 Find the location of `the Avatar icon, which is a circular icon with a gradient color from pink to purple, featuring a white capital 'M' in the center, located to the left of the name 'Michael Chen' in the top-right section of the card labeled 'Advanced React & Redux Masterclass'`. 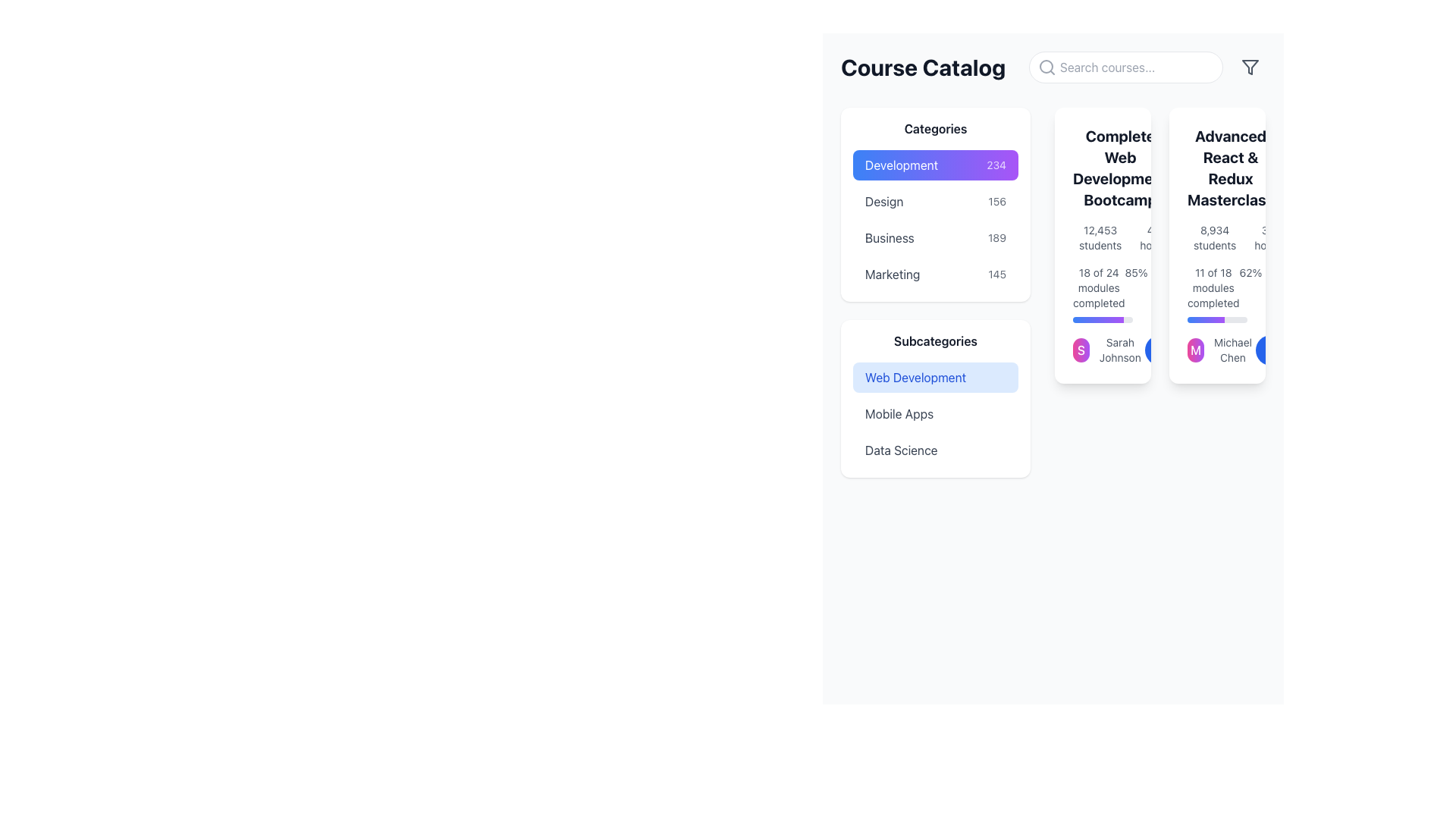

the Avatar icon, which is a circular icon with a gradient color from pink to purple, featuring a white capital 'M' in the center, located to the left of the name 'Michael Chen' in the top-right section of the card labeled 'Advanced React & Redux Masterclass' is located at coordinates (1194, 350).